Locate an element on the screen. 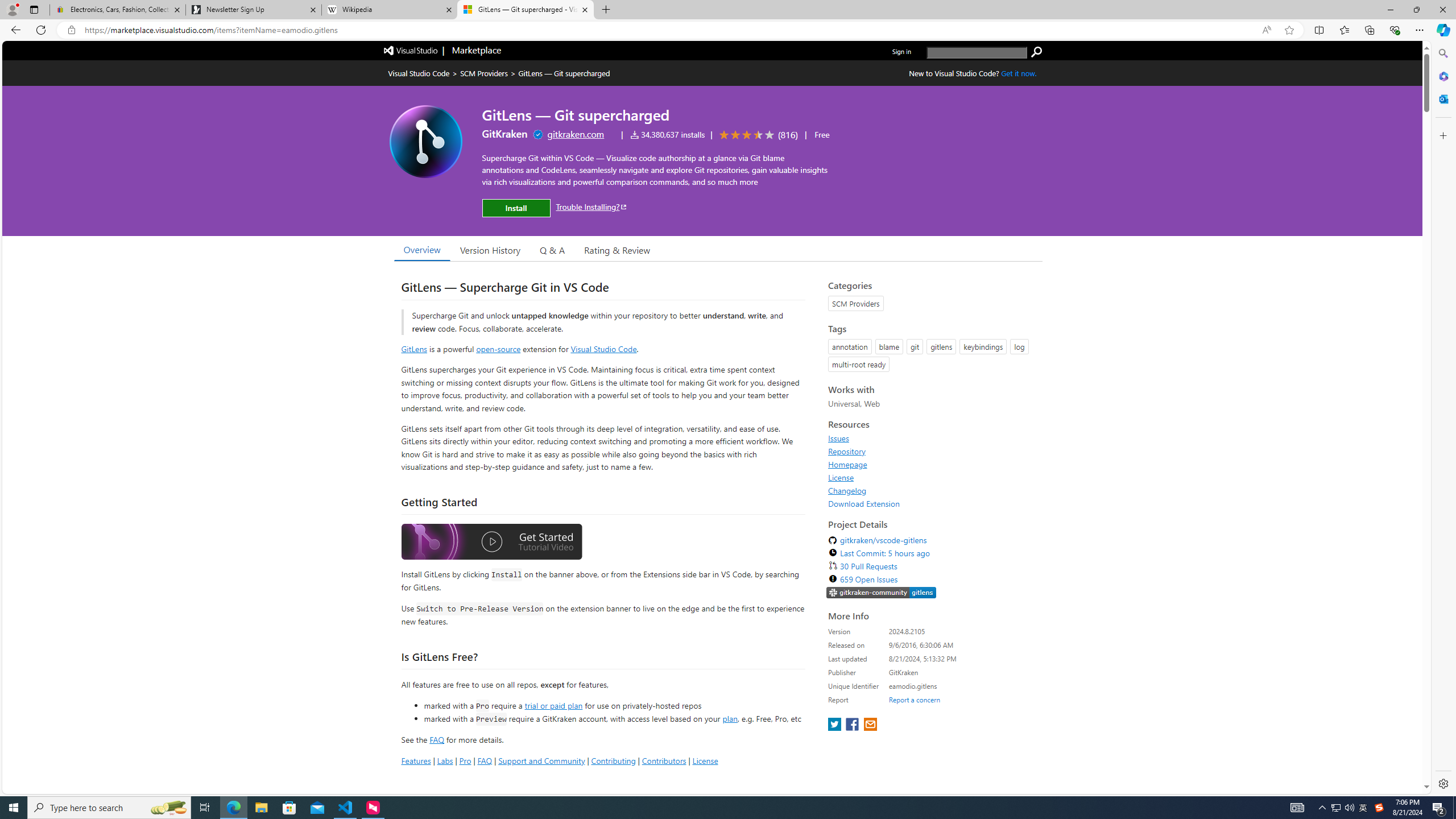  'Changelog' is located at coordinates (846, 490).